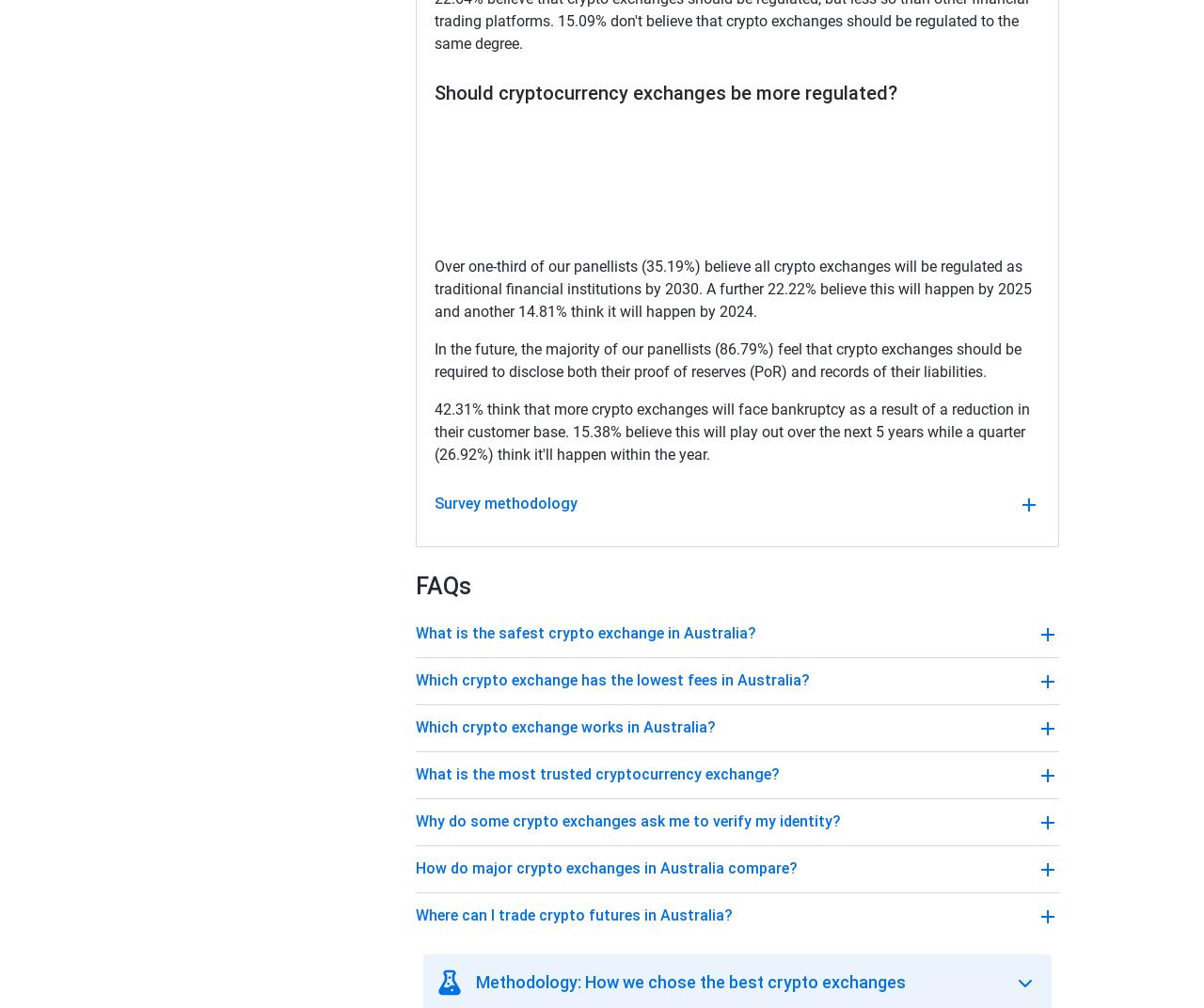  Describe the element at coordinates (606, 868) in the screenshot. I see `'How do major crypto exchanges in Australia compare?'` at that location.